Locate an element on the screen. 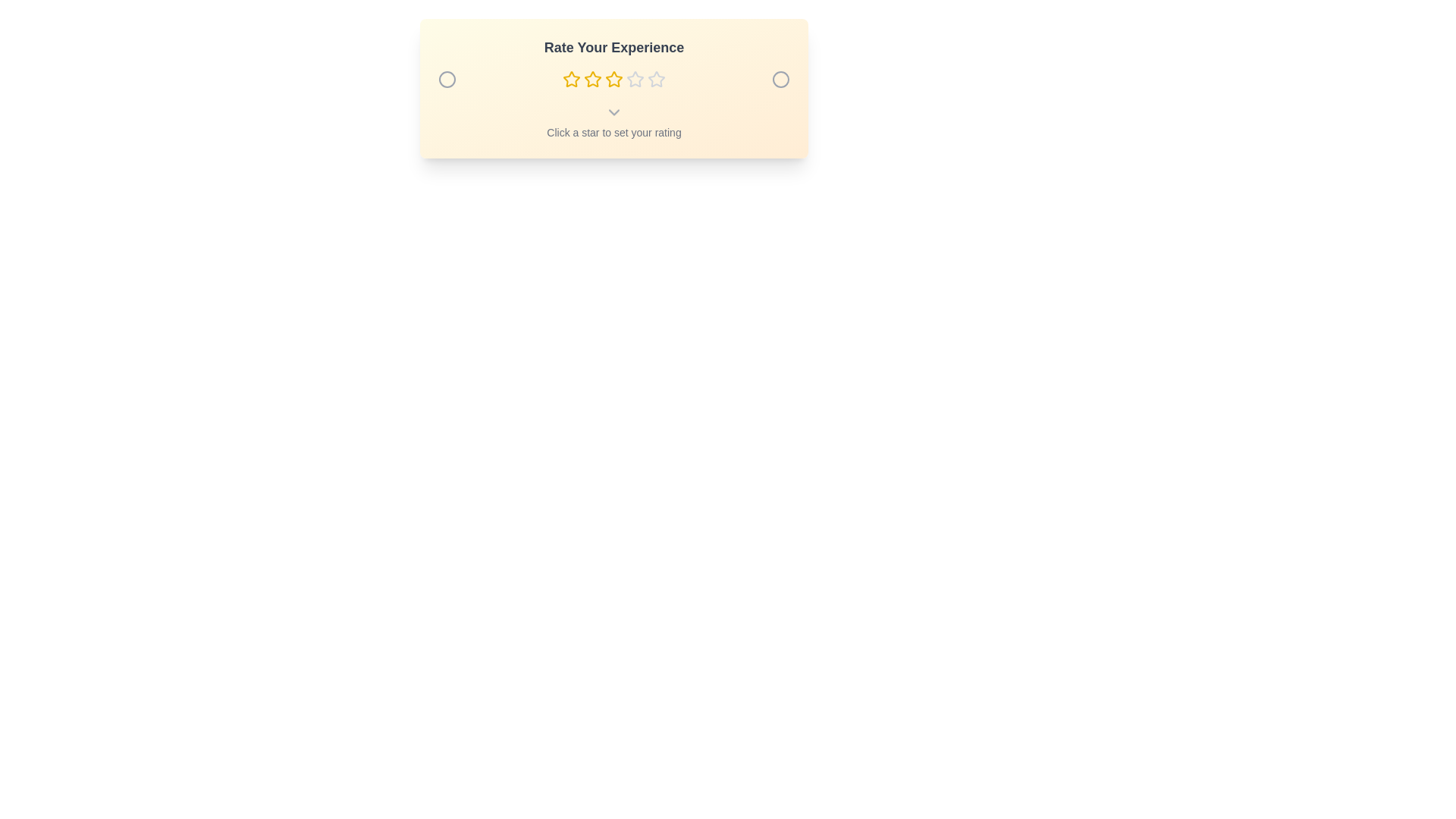 This screenshot has height=819, width=1456. the decorative circle on the left side of the rating component is located at coordinates (447, 79).